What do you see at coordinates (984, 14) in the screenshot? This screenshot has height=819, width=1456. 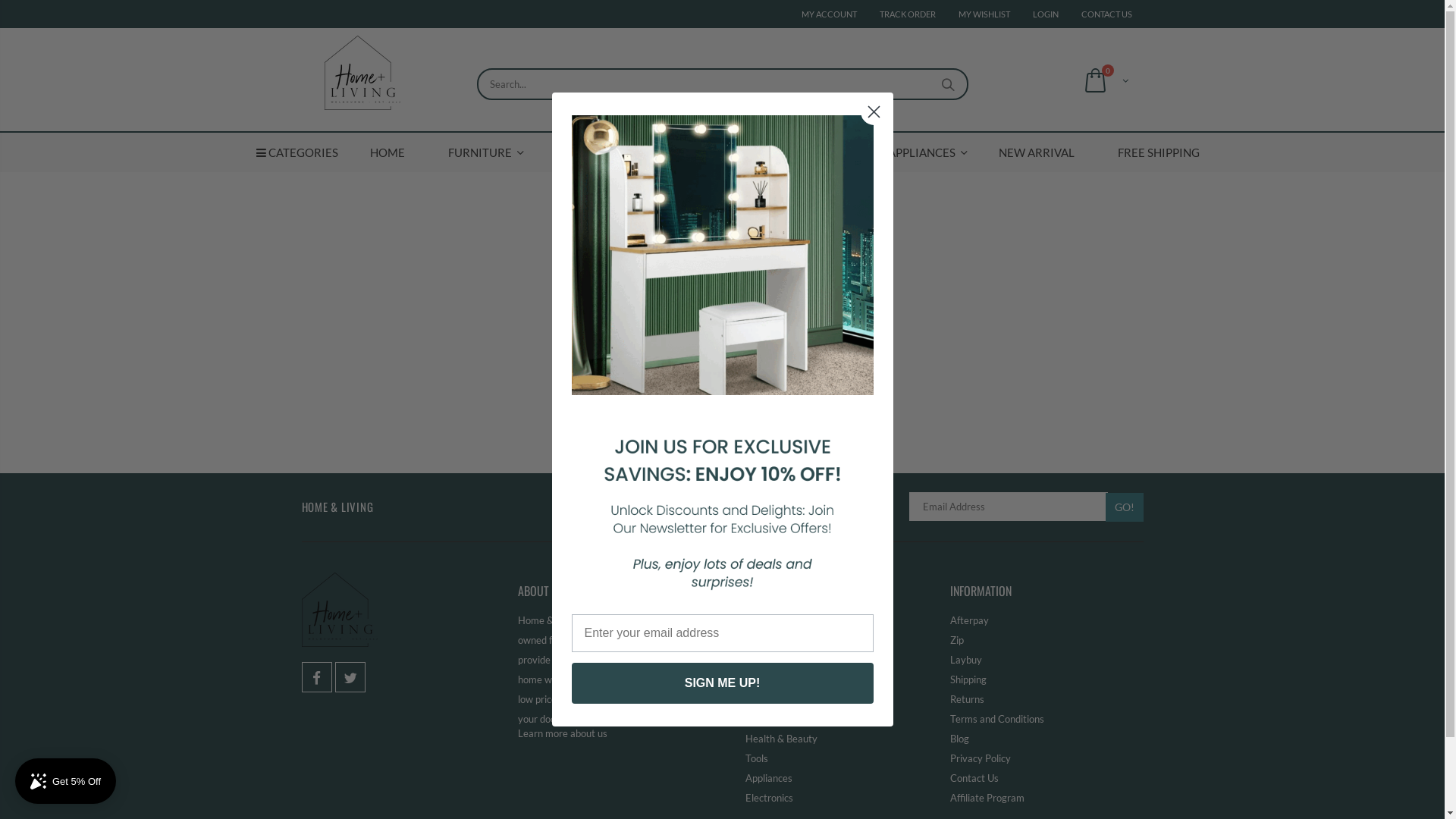 I see `'MY WISHLIST'` at bounding box center [984, 14].